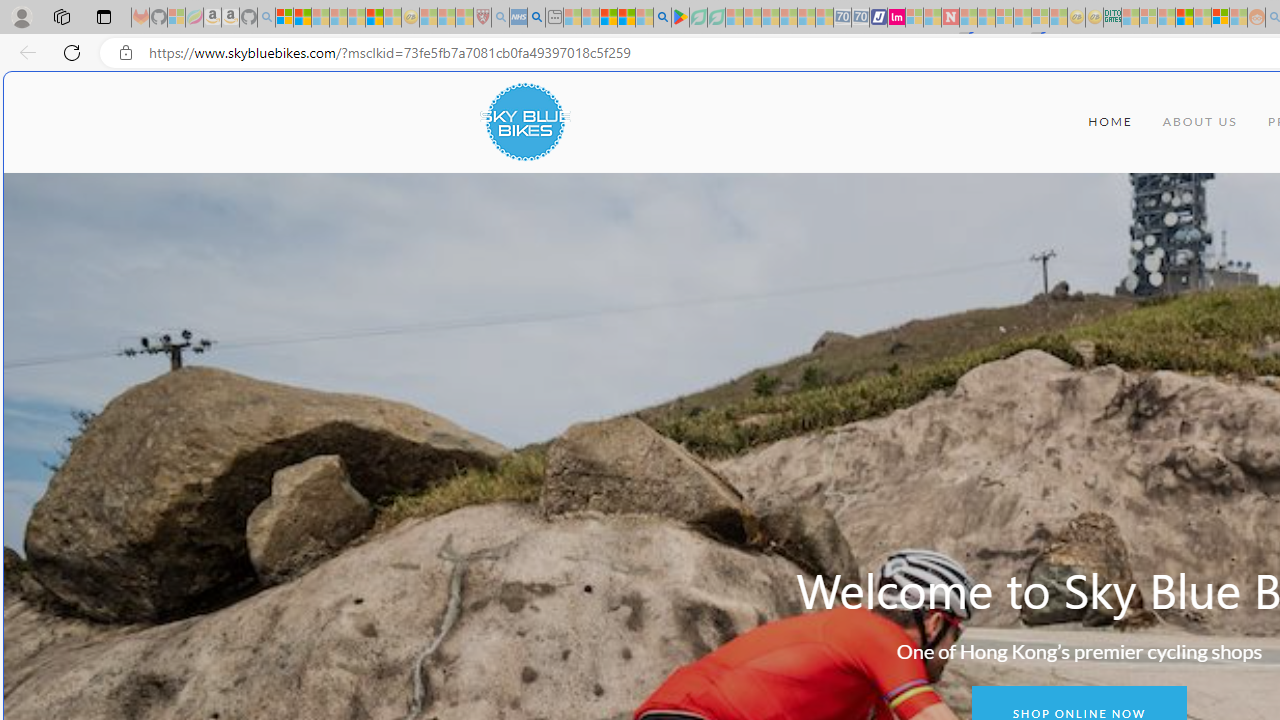  I want to click on 'Pets - MSN', so click(625, 17).